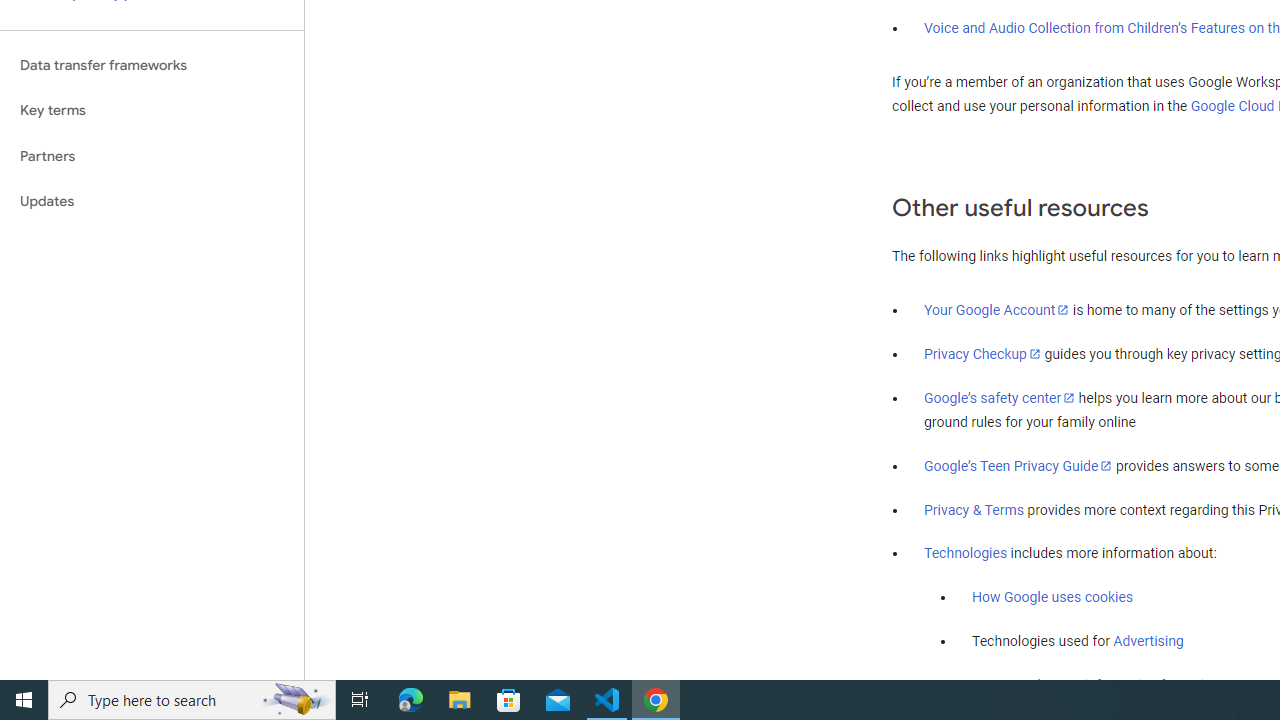  What do you see at coordinates (966, 554) in the screenshot?
I see `'Technologies'` at bounding box center [966, 554].